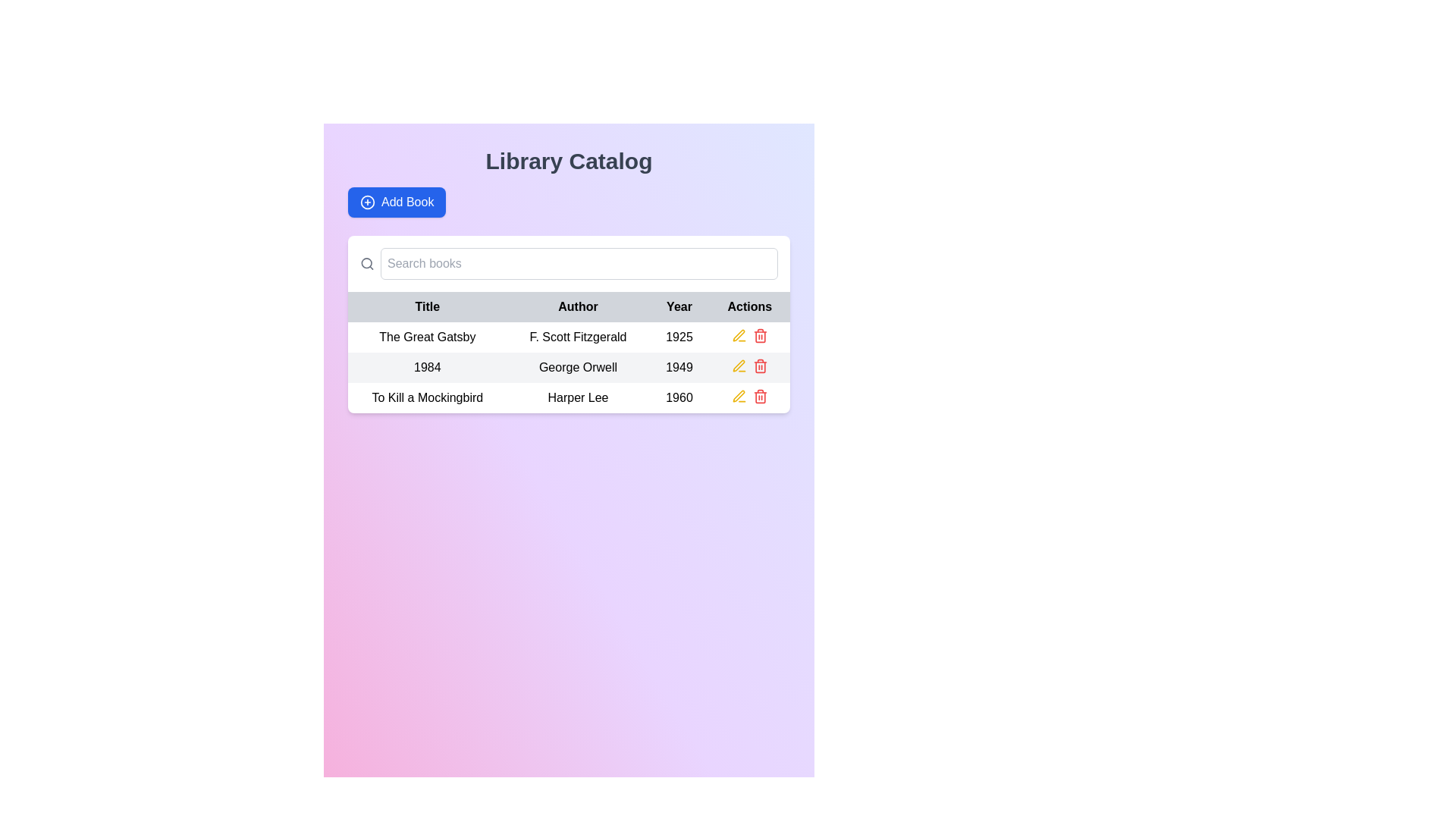 This screenshot has width=1456, height=819. Describe the element at coordinates (568, 307) in the screenshot. I see `the table header cell that labels the authors of books, located between the 'Title' and 'Year' columns` at that location.